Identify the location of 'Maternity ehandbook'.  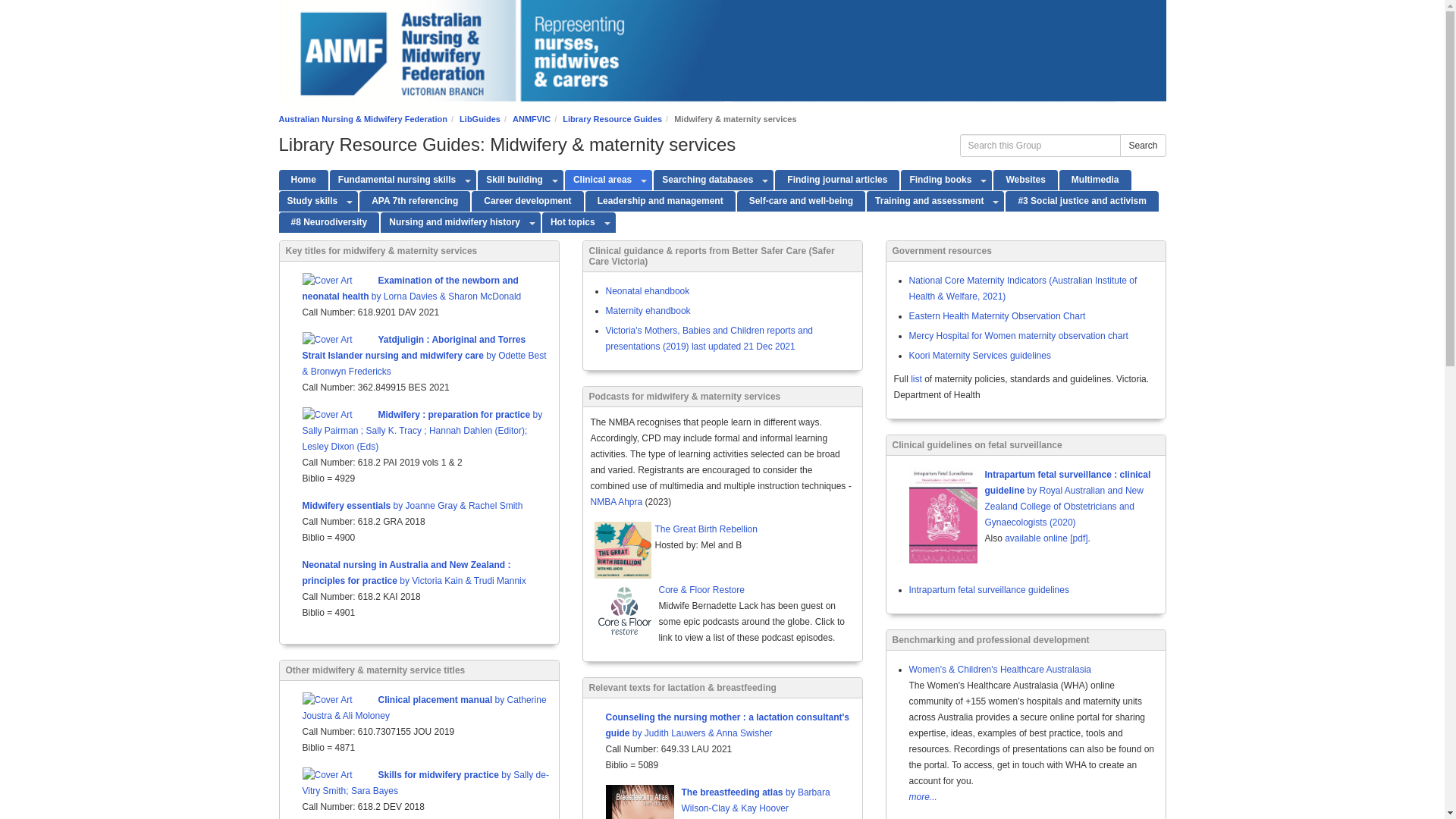
(648, 309).